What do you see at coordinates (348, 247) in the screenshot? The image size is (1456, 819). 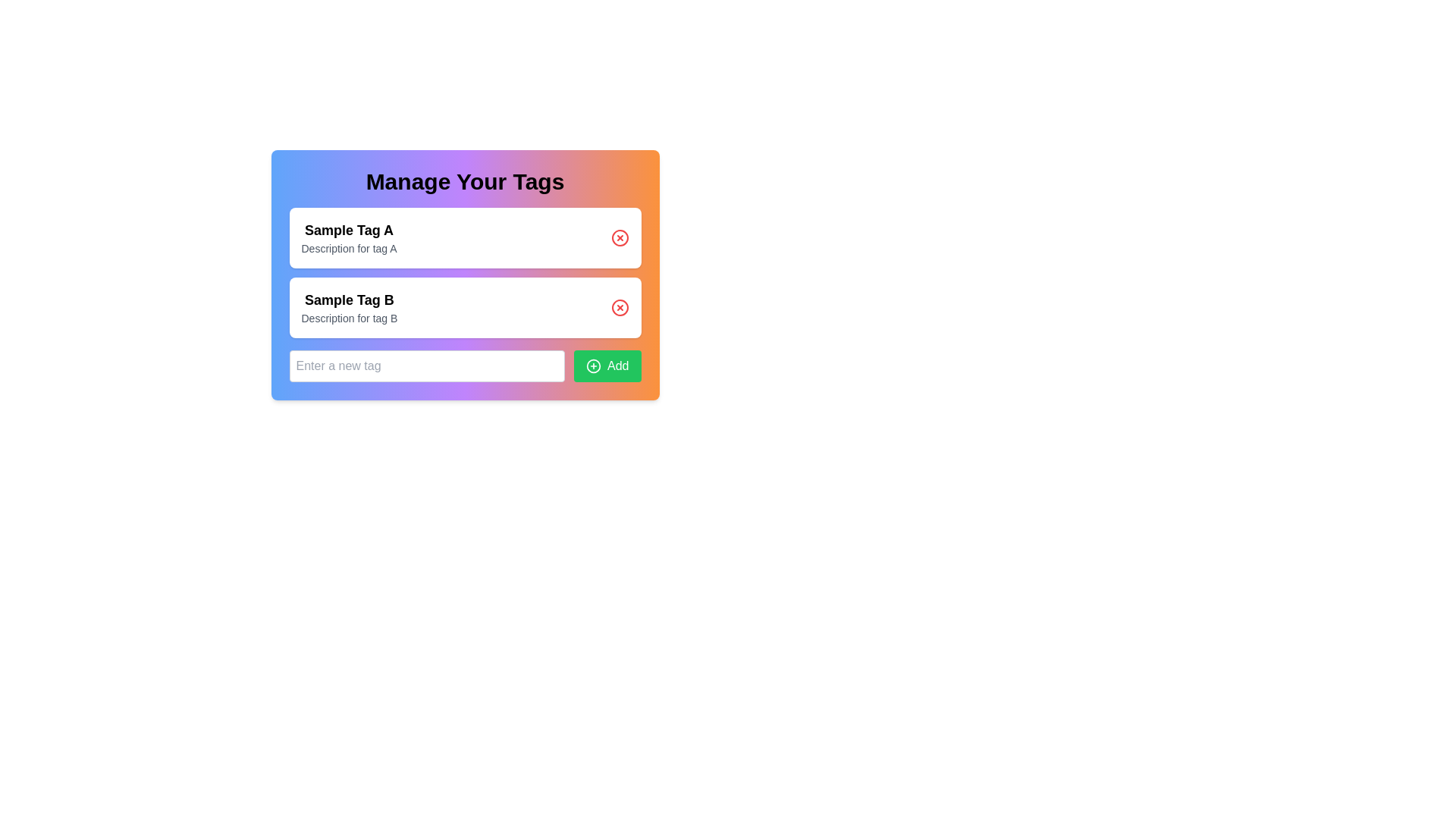 I see `the text label displaying 'Description for tag A', which is styled in smaller gray text and positioned under the title 'Sample Tag A' in the vertical list of tags` at bounding box center [348, 247].